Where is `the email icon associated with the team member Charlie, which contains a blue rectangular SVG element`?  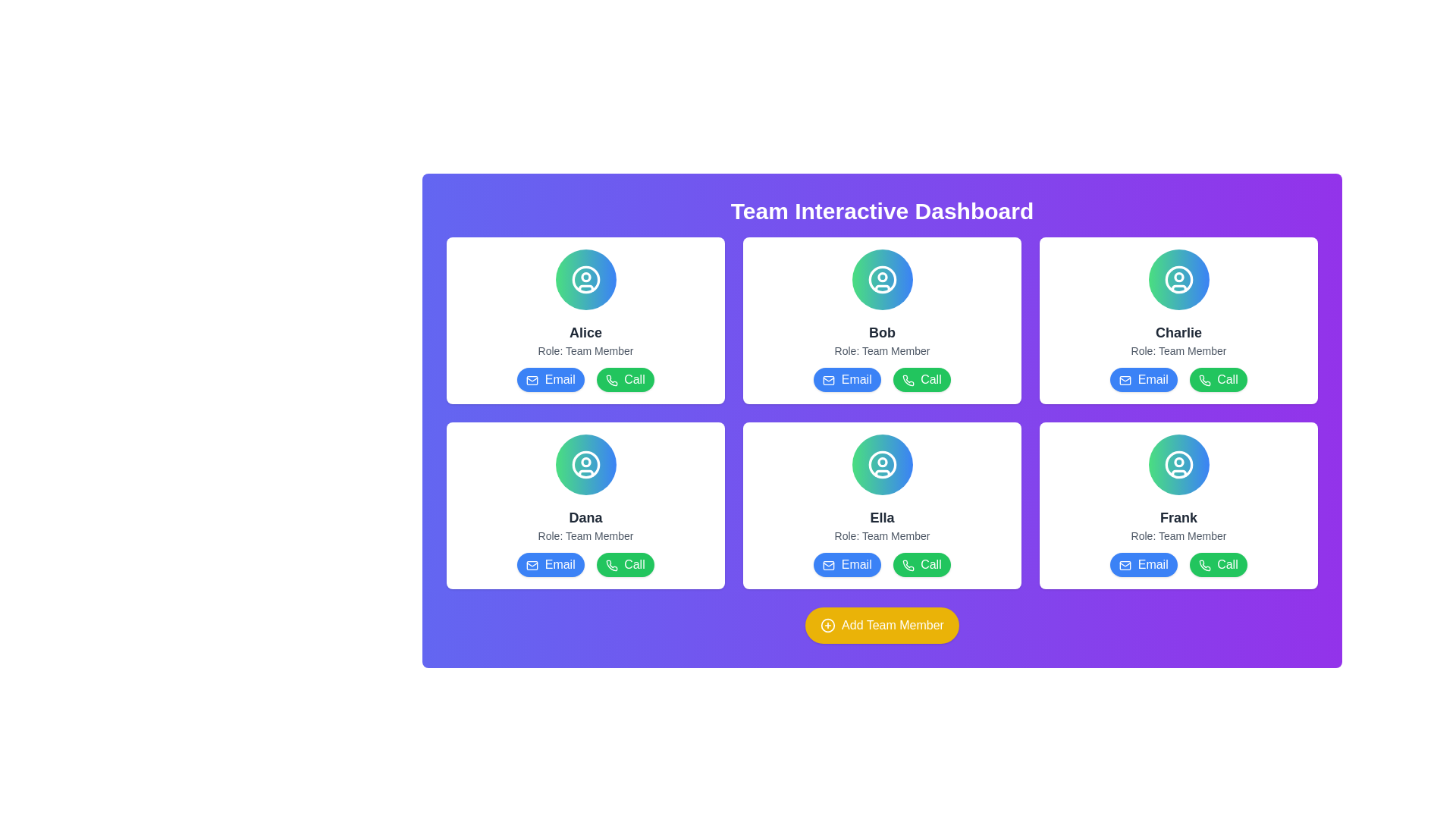
the email icon associated with the team member Charlie, which contains a blue rectangular SVG element is located at coordinates (1125, 379).